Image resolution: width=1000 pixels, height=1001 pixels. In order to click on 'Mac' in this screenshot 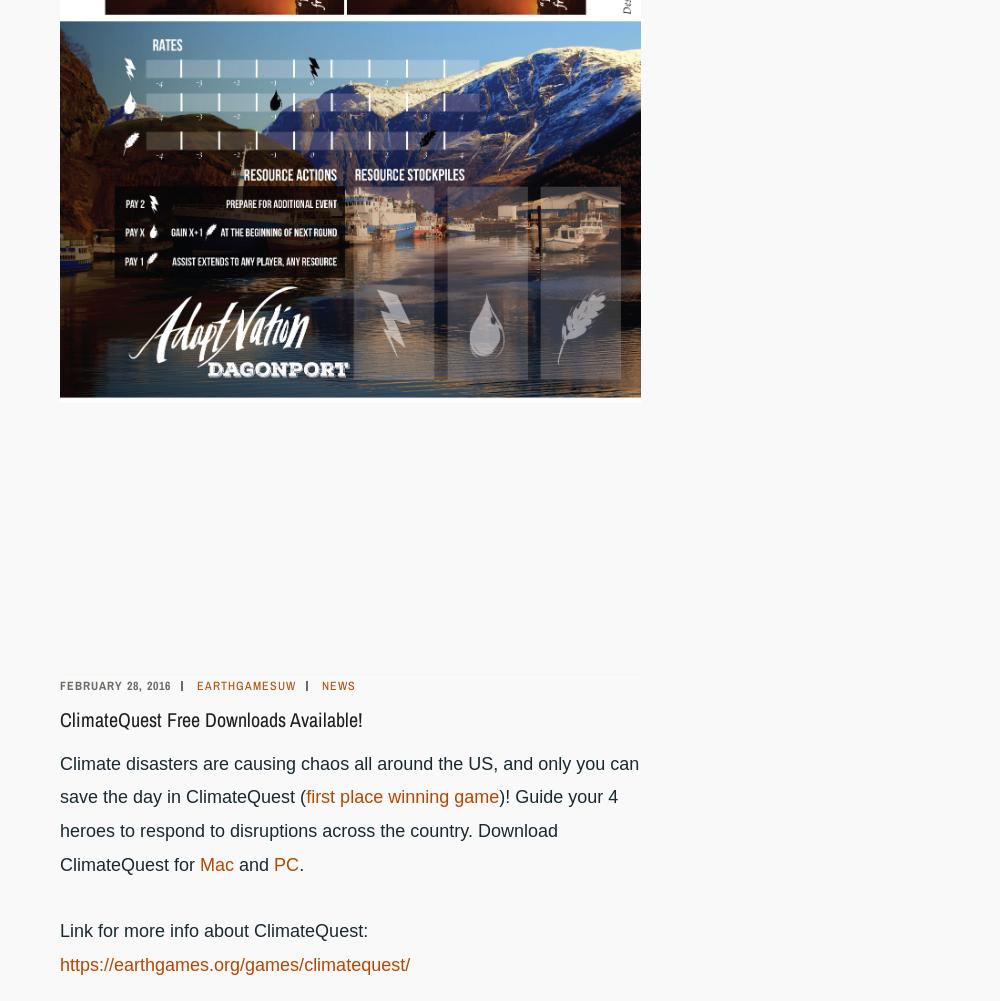, I will do `click(199, 863)`.